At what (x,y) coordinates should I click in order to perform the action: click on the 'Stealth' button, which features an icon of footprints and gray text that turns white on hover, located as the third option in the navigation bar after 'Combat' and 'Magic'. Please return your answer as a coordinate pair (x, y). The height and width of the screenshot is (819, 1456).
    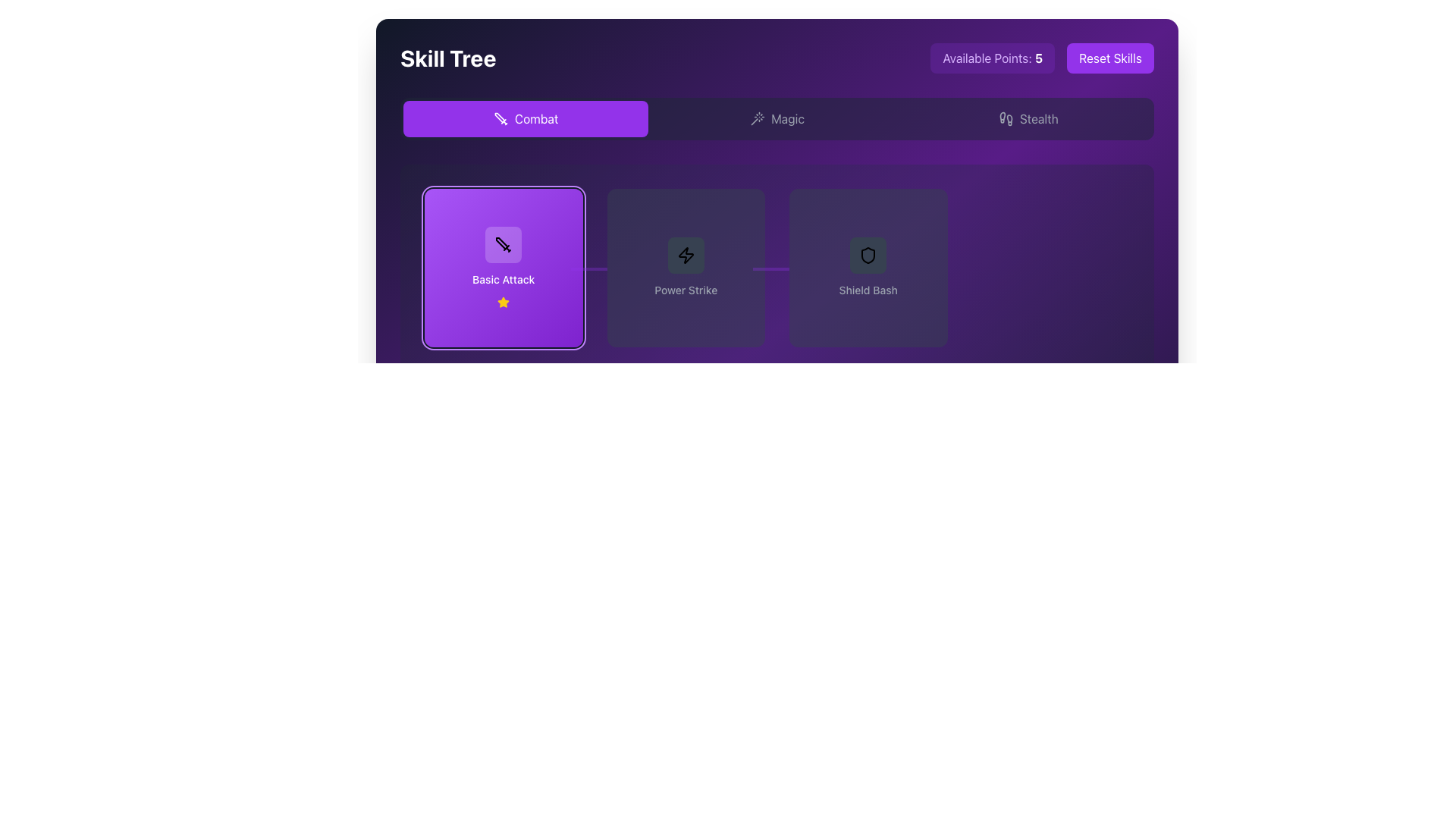
    Looking at the image, I should click on (1028, 118).